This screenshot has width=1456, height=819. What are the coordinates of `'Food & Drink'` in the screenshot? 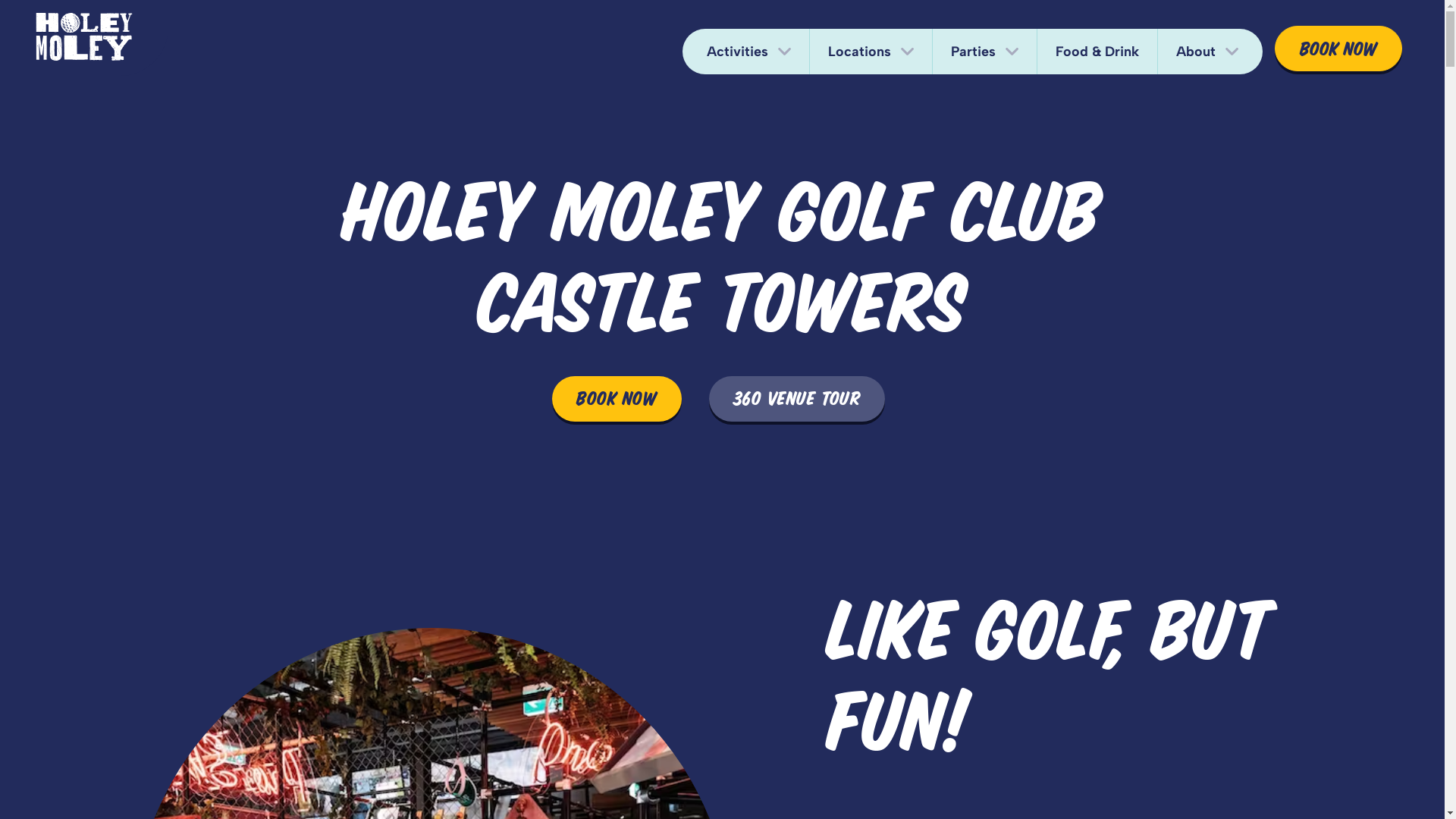 It's located at (1097, 51).